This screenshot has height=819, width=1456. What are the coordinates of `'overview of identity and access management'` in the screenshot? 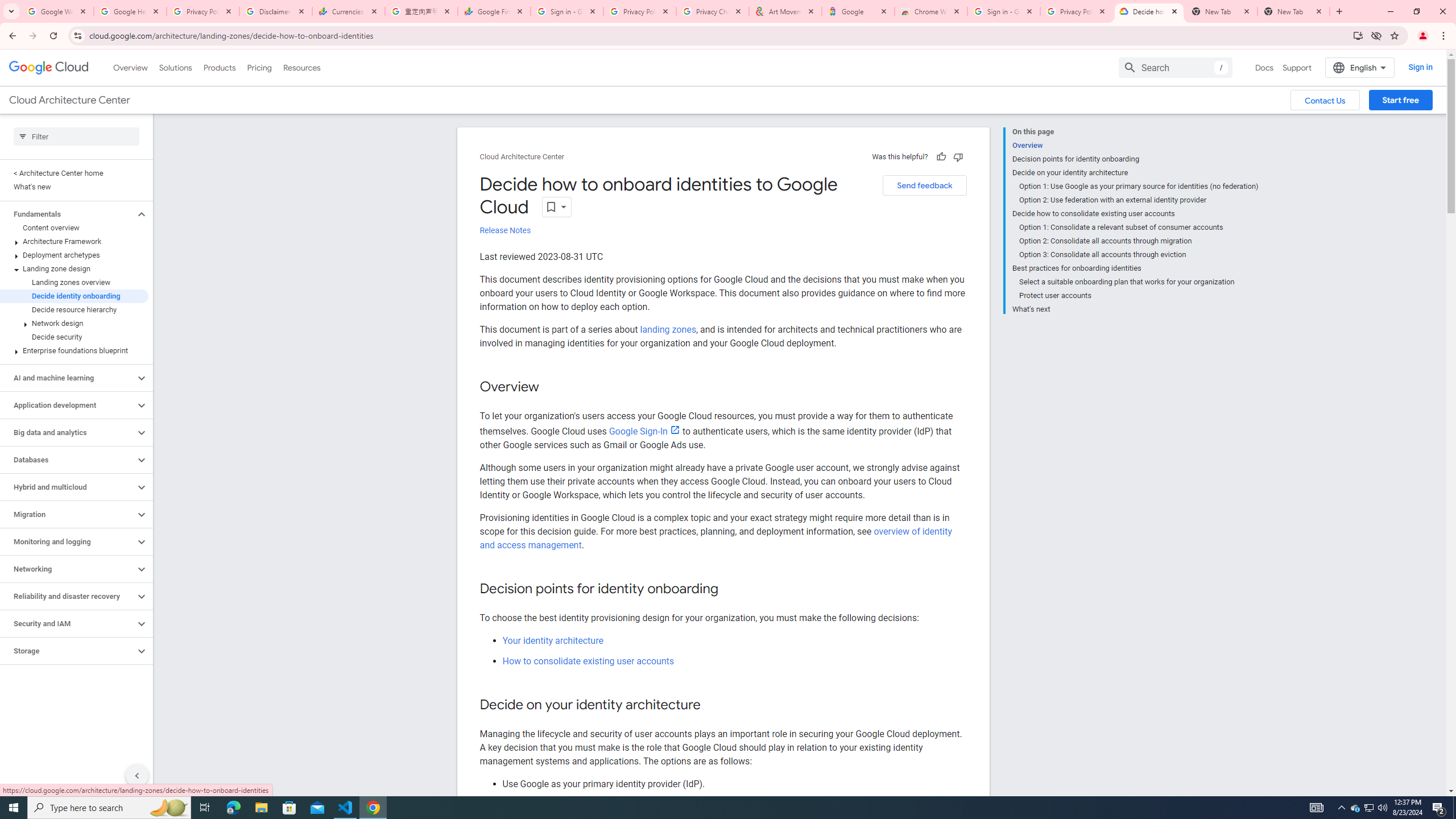 It's located at (715, 537).